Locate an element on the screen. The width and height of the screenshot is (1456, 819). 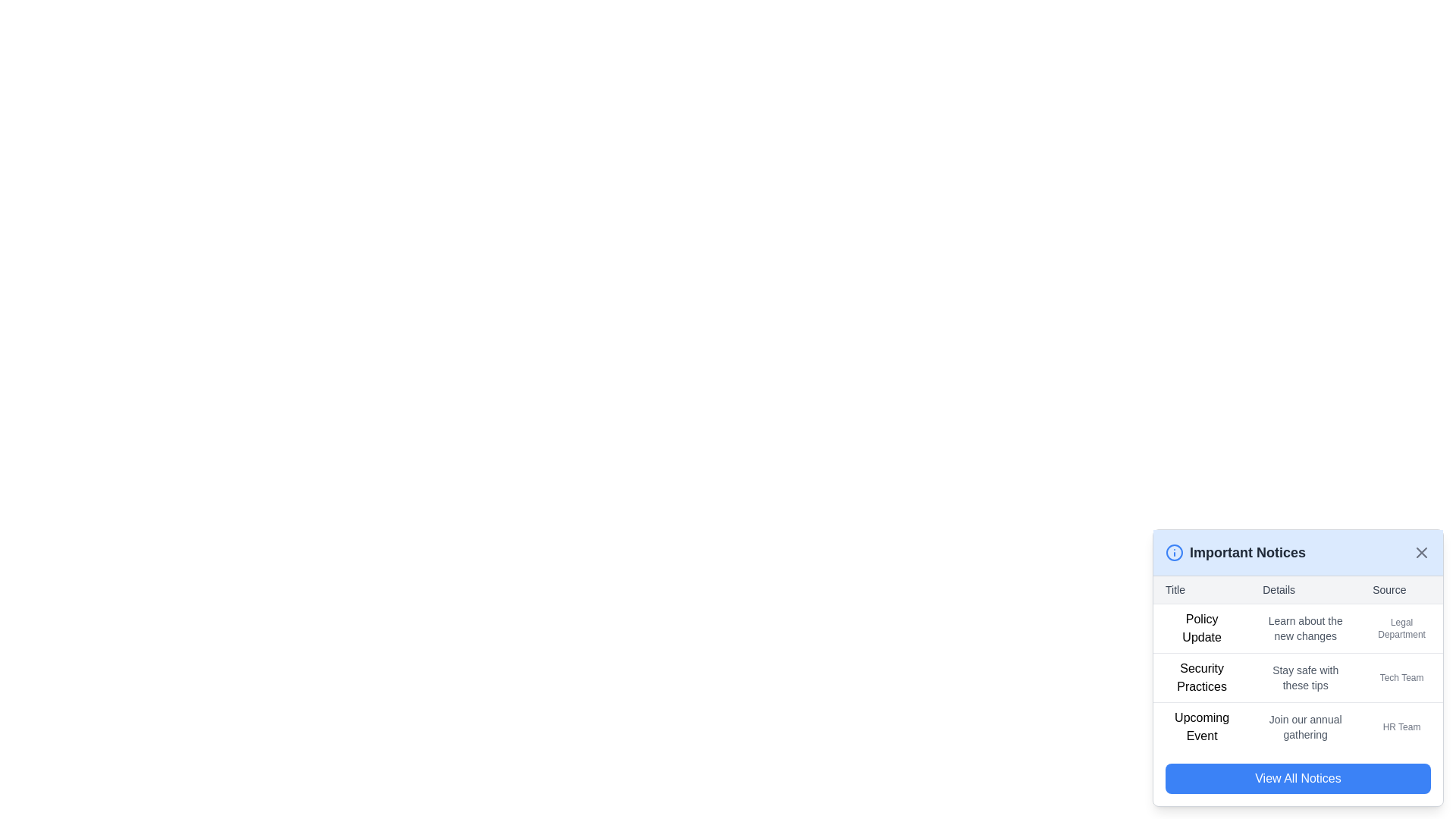
the 'Policy Update' text label, which is styled prominently in black and is located in the leftmost column of the 'Important Notices' table layout is located at coordinates (1201, 629).